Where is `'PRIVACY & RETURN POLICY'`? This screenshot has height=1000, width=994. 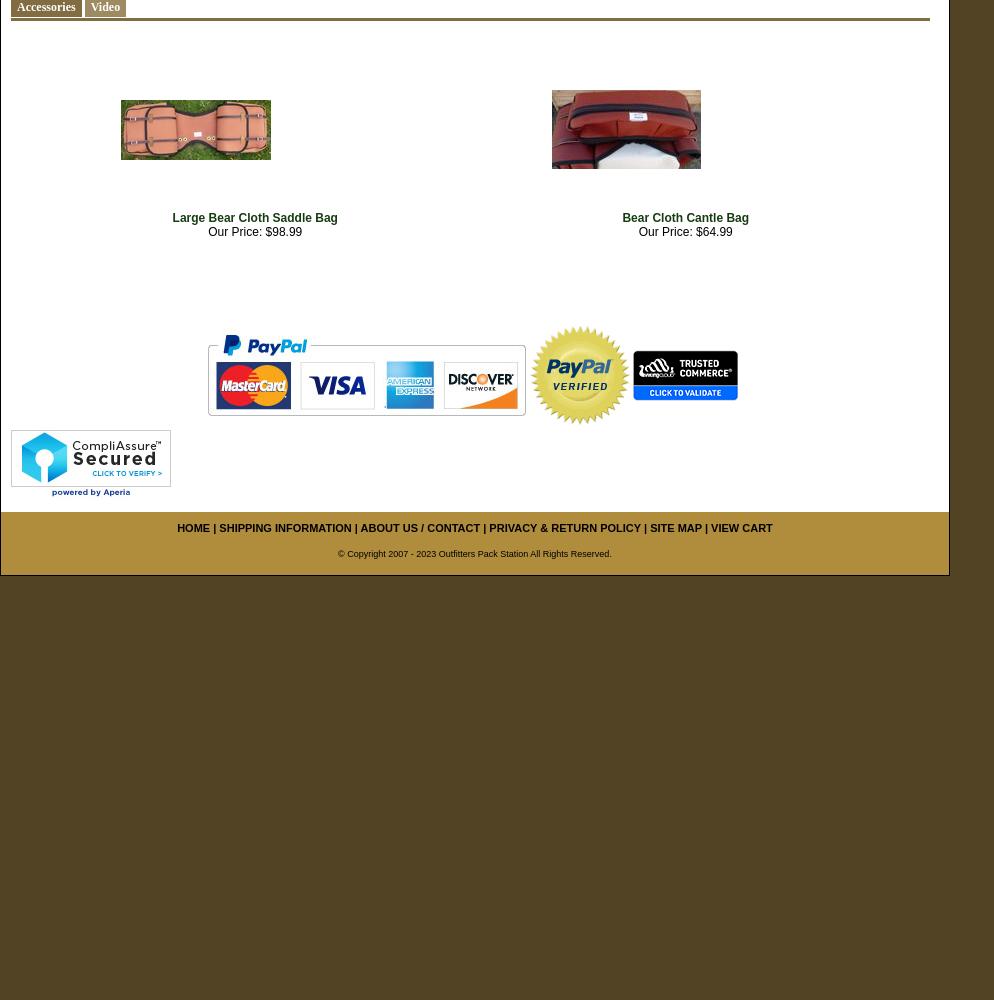
'PRIVACY & RETURN POLICY' is located at coordinates (488, 528).